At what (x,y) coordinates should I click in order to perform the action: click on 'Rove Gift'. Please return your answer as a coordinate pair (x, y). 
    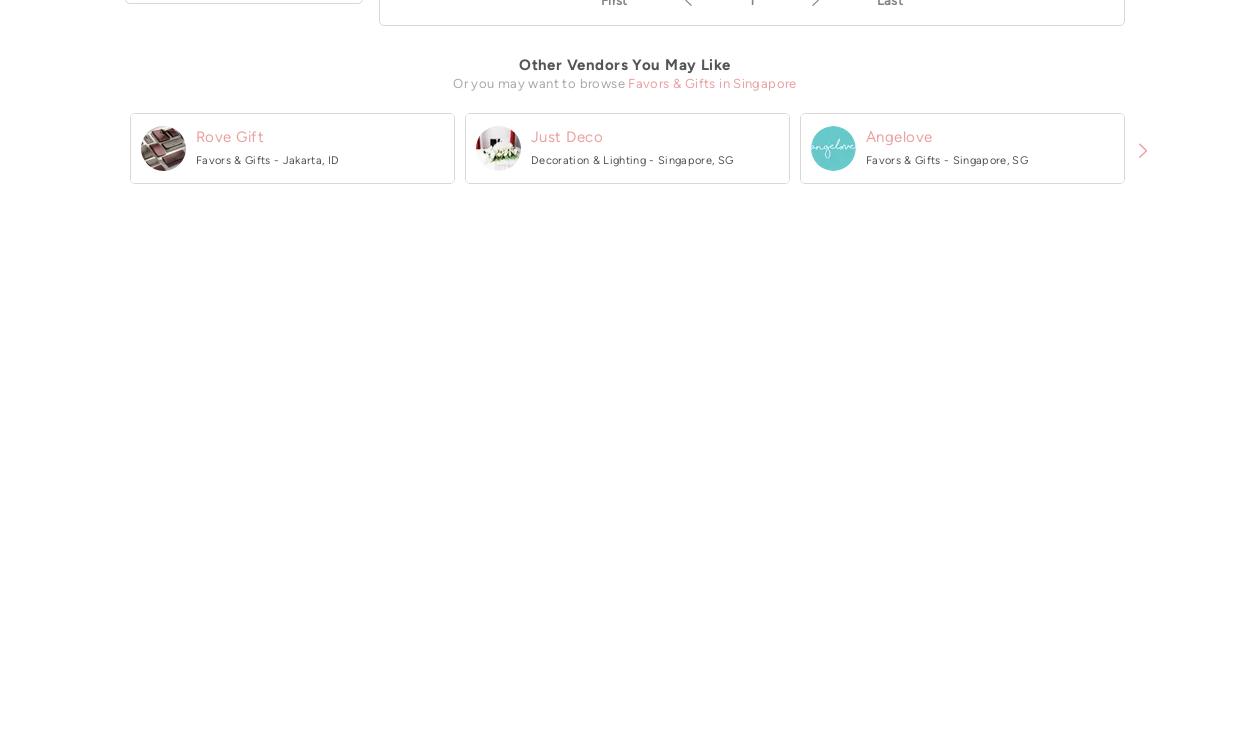
    Looking at the image, I should click on (195, 135).